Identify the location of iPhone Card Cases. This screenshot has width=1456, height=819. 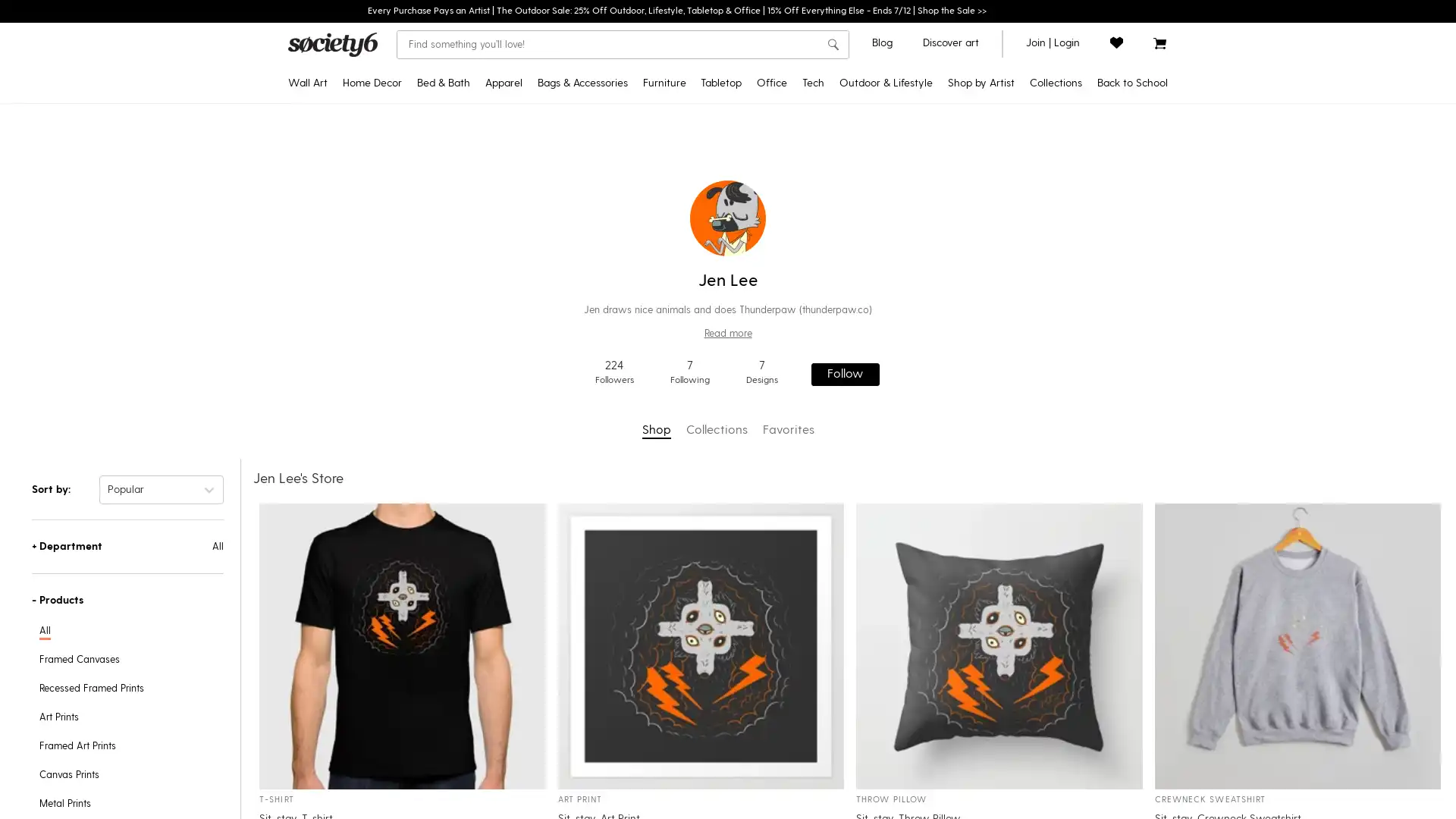
(867, 219).